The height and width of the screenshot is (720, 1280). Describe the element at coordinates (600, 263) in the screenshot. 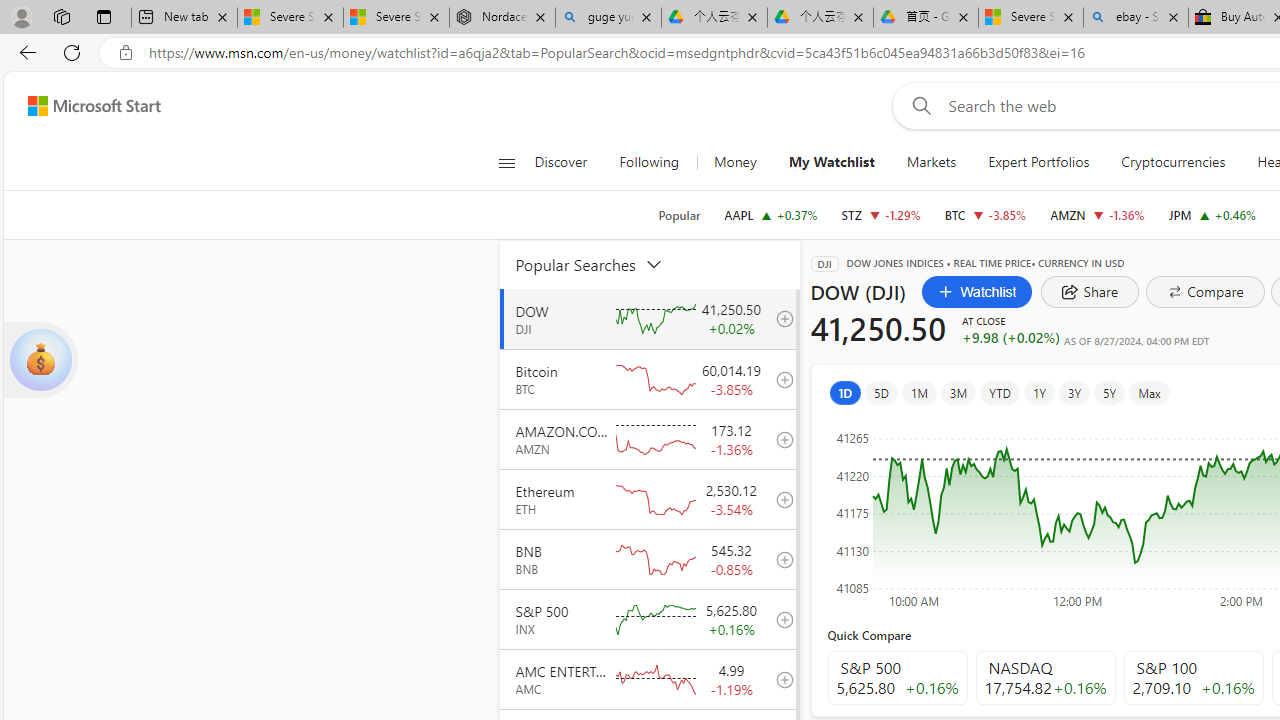

I see `'Popular Searches'` at that location.